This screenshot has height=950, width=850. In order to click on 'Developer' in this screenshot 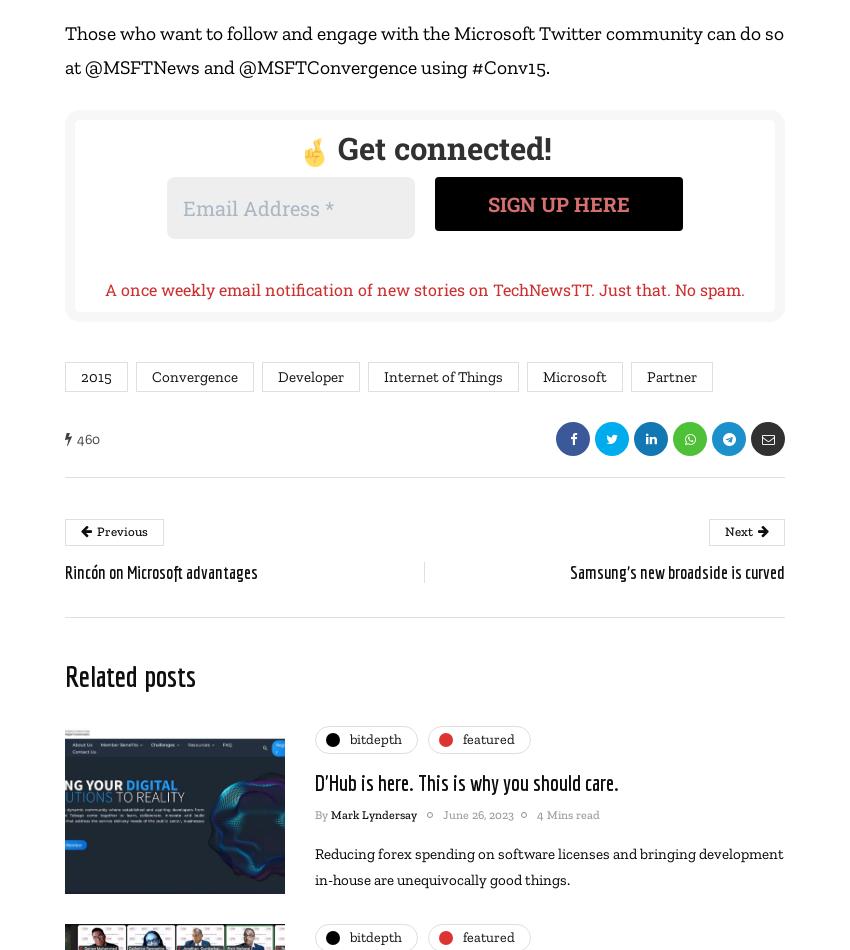, I will do `click(277, 375)`.